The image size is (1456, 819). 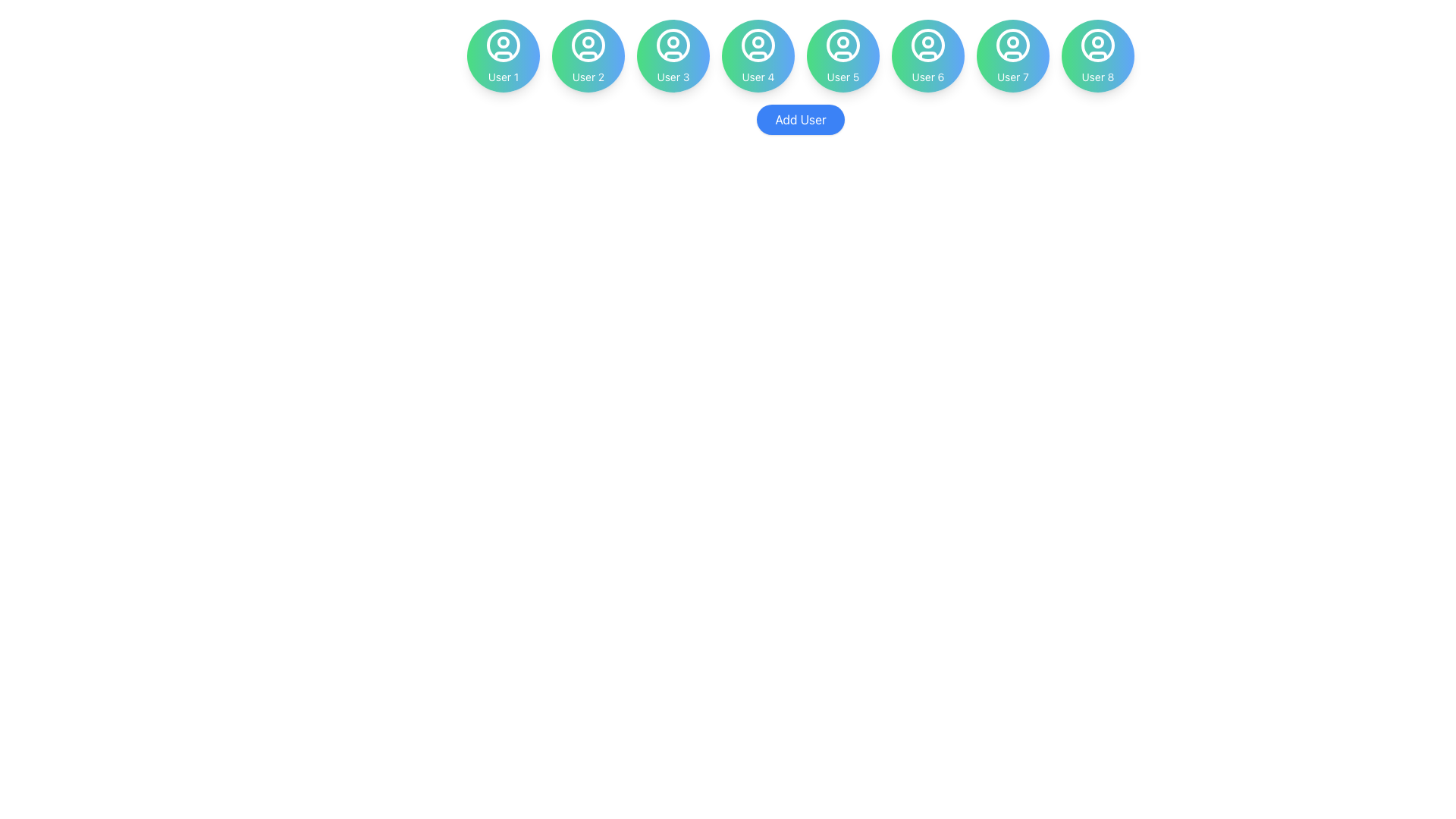 What do you see at coordinates (503, 55) in the screenshot?
I see `the user represented` at bounding box center [503, 55].